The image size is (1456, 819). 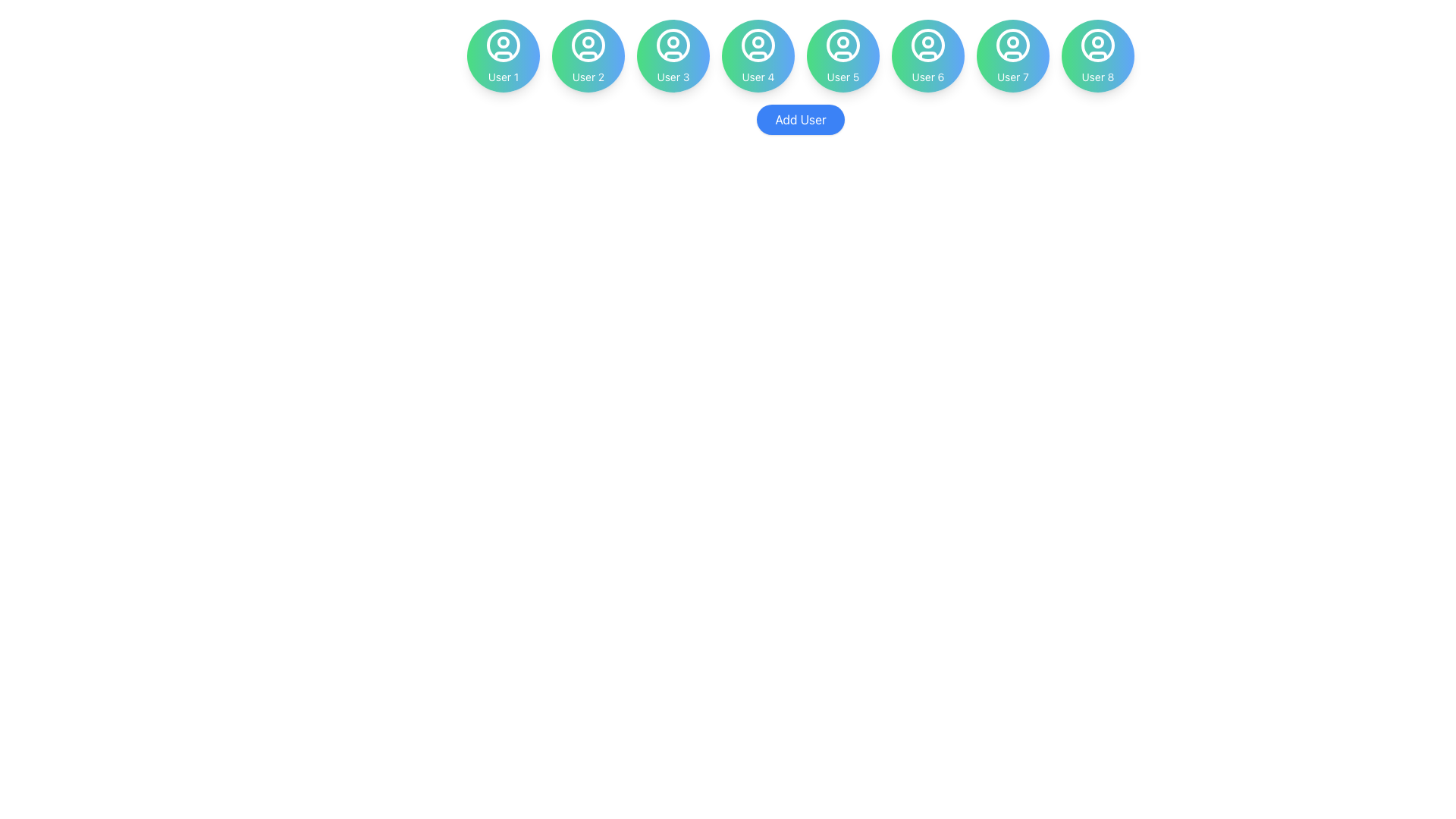 What do you see at coordinates (503, 55) in the screenshot?
I see `the user represented` at bounding box center [503, 55].